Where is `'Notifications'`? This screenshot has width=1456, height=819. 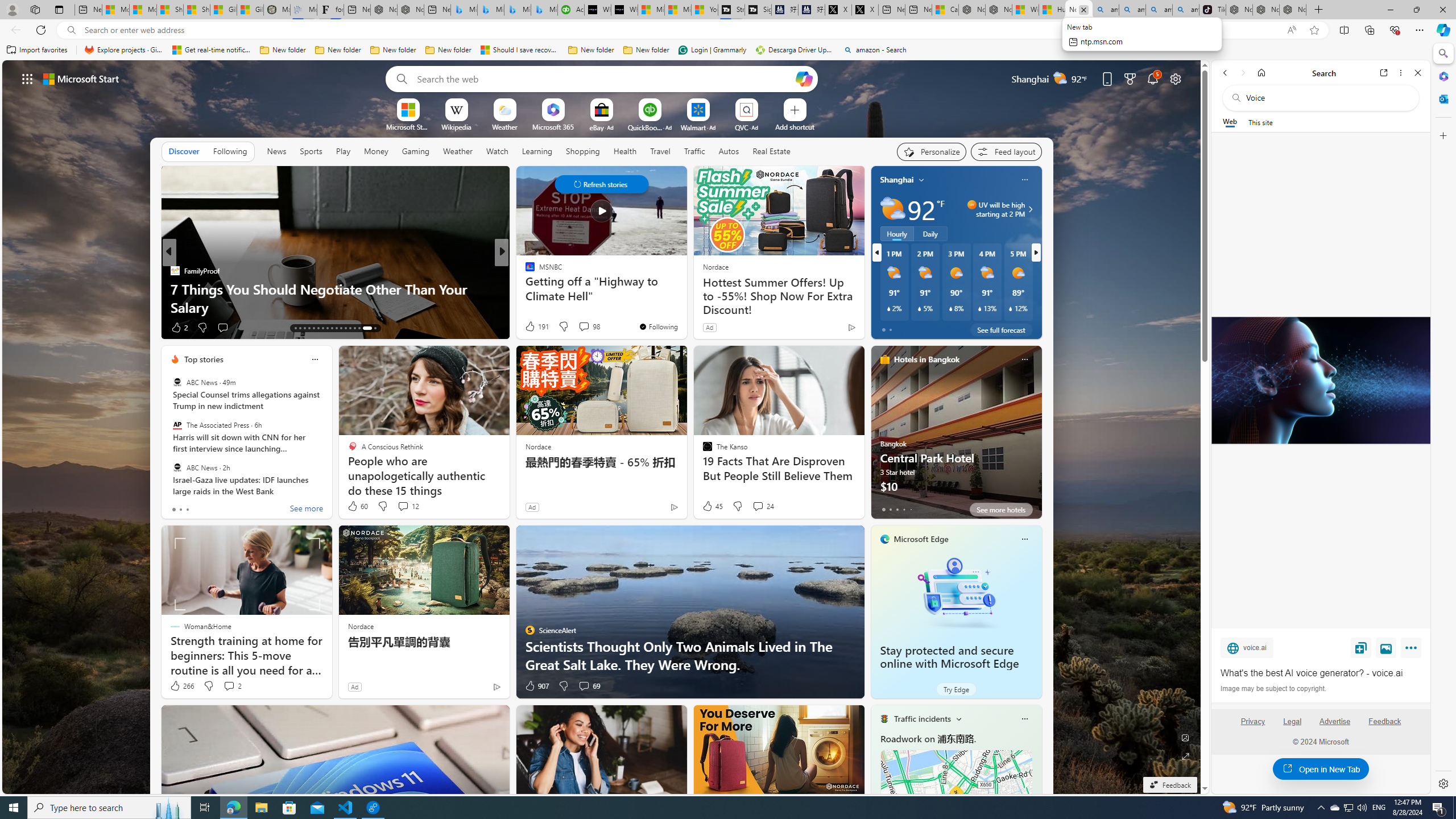
'Notifications' is located at coordinates (1152, 78).